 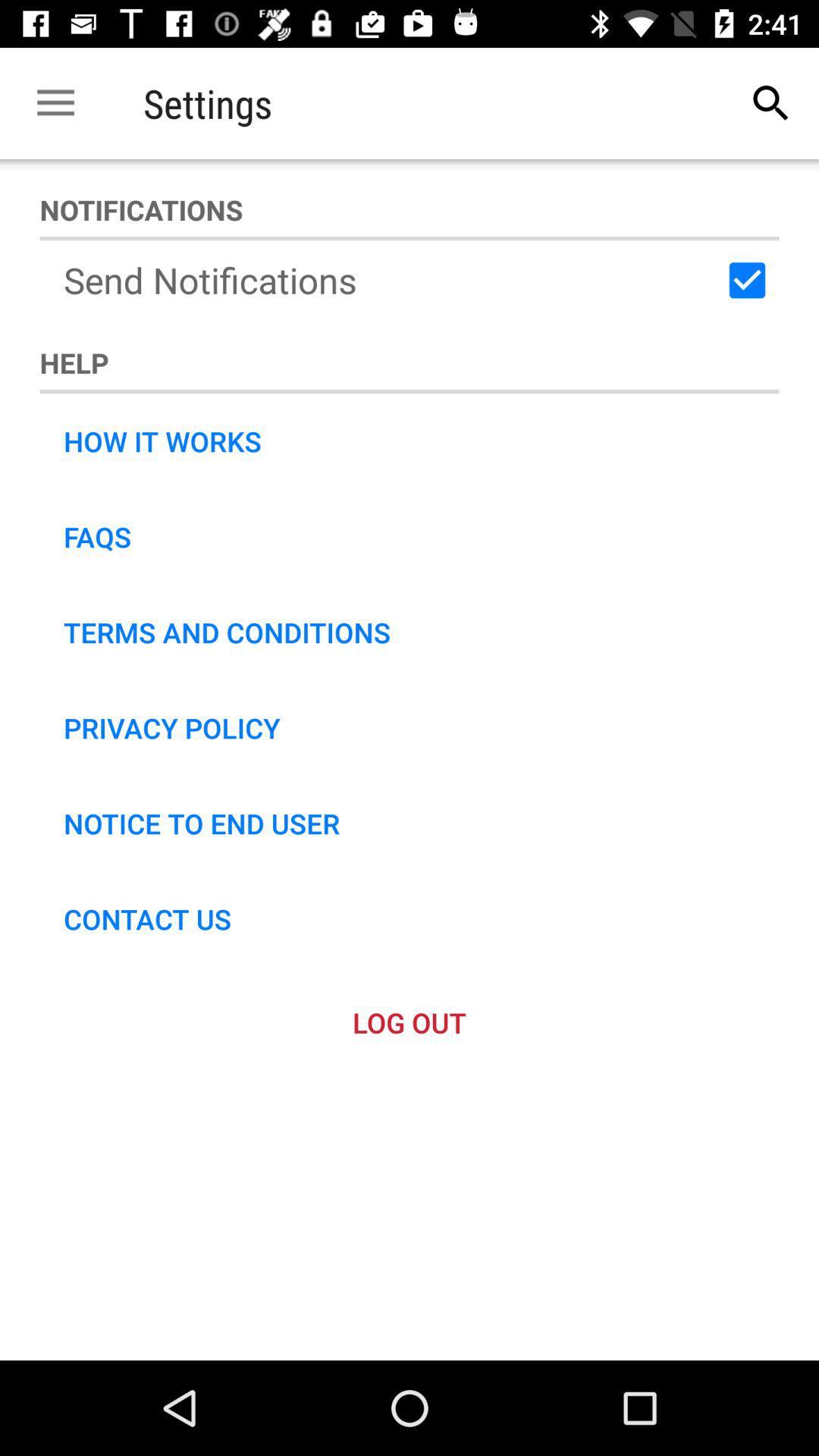 What do you see at coordinates (55, 102) in the screenshot?
I see `the icon to the left of the settings icon` at bounding box center [55, 102].